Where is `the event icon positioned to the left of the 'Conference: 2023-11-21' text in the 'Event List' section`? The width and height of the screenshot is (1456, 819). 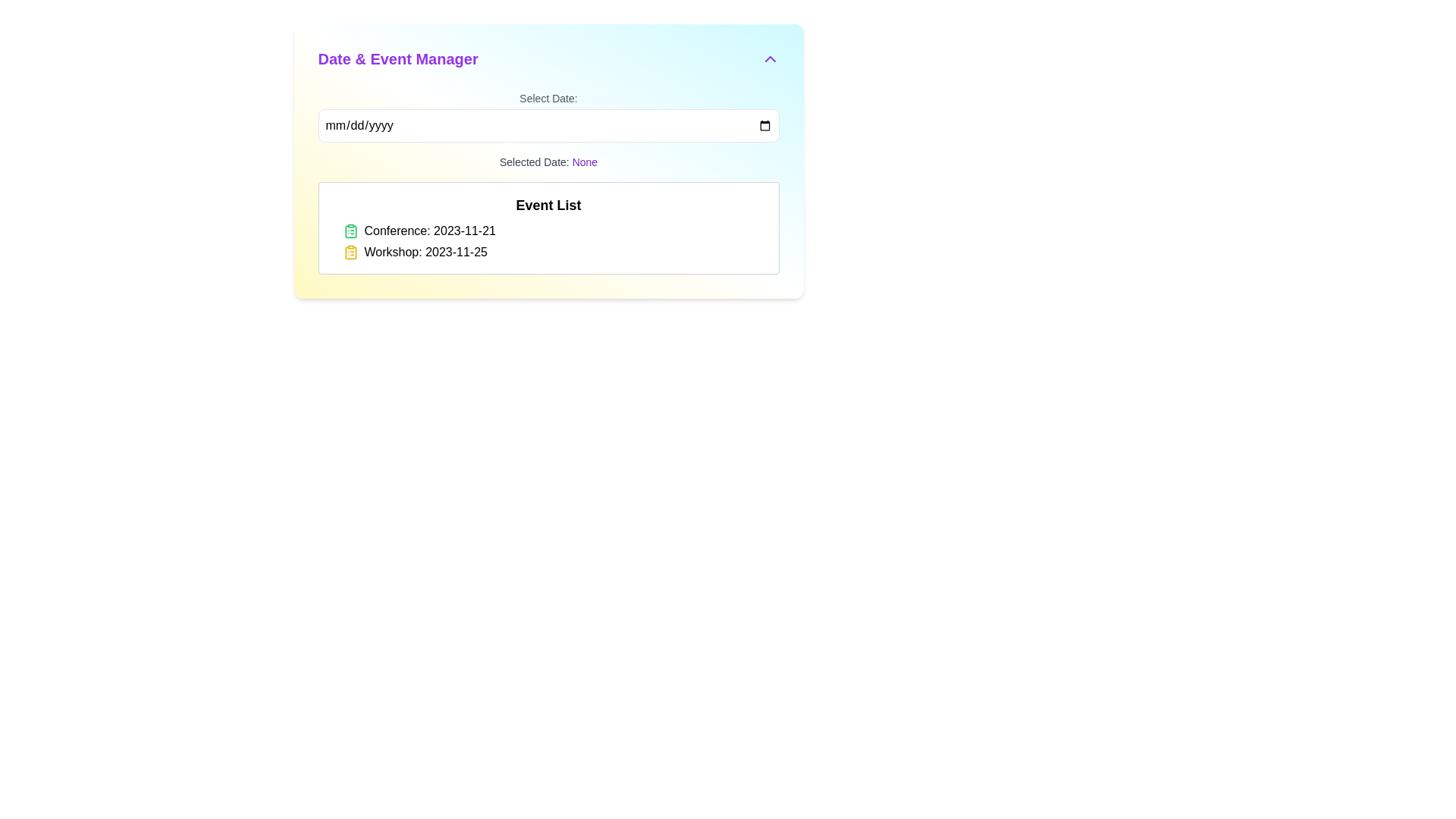
the event icon positioned to the left of the 'Conference: 2023-11-21' text in the 'Event List' section is located at coordinates (350, 231).